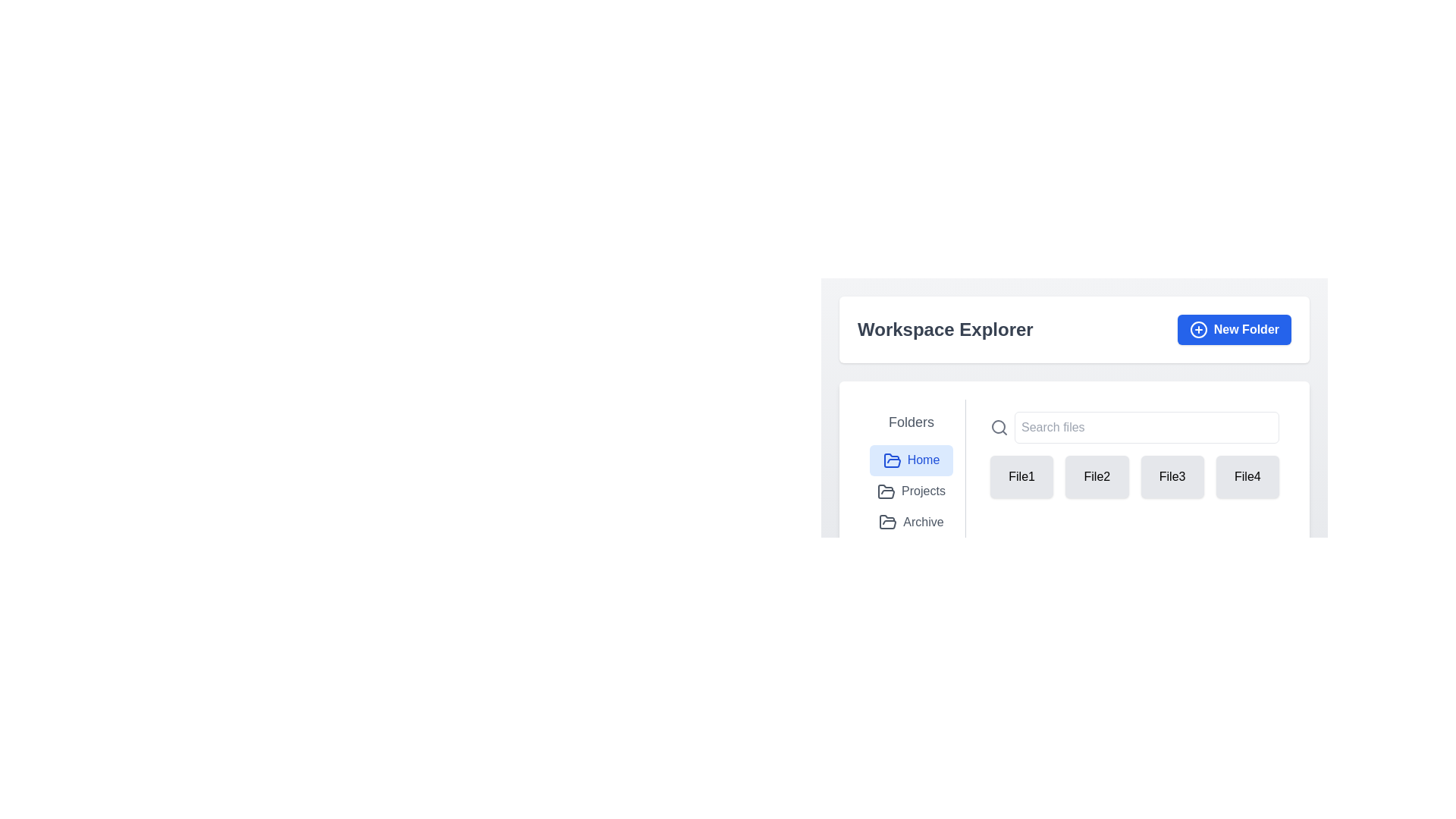 Image resolution: width=1456 pixels, height=819 pixels. Describe the element at coordinates (910, 520) in the screenshot. I see `the 'Archive' navigation item, which is the third item in the vertical list located in the left panel of the interface` at that location.